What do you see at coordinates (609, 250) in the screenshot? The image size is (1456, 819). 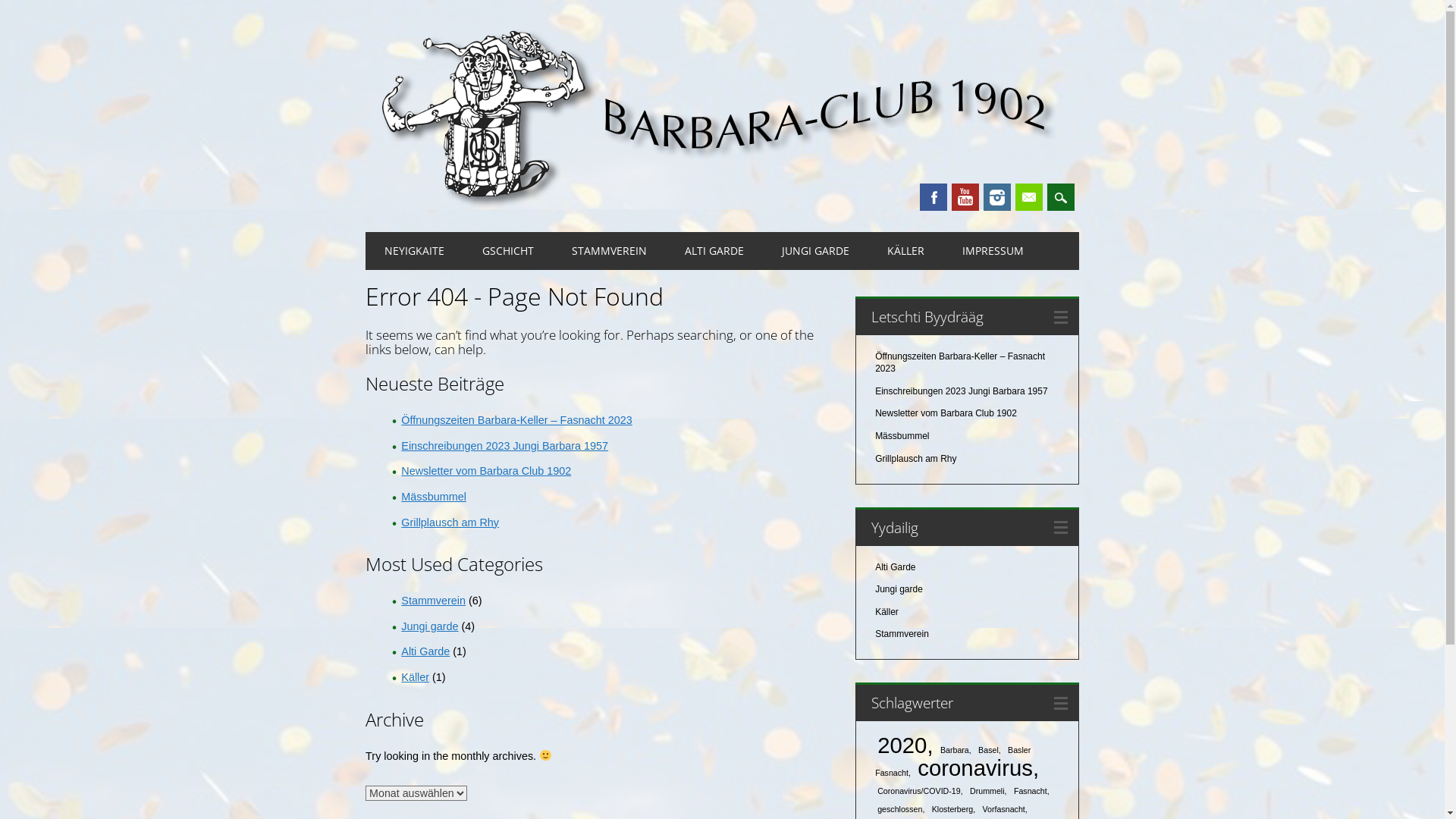 I see `'STAMMVEREIN'` at bounding box center [609, 250].